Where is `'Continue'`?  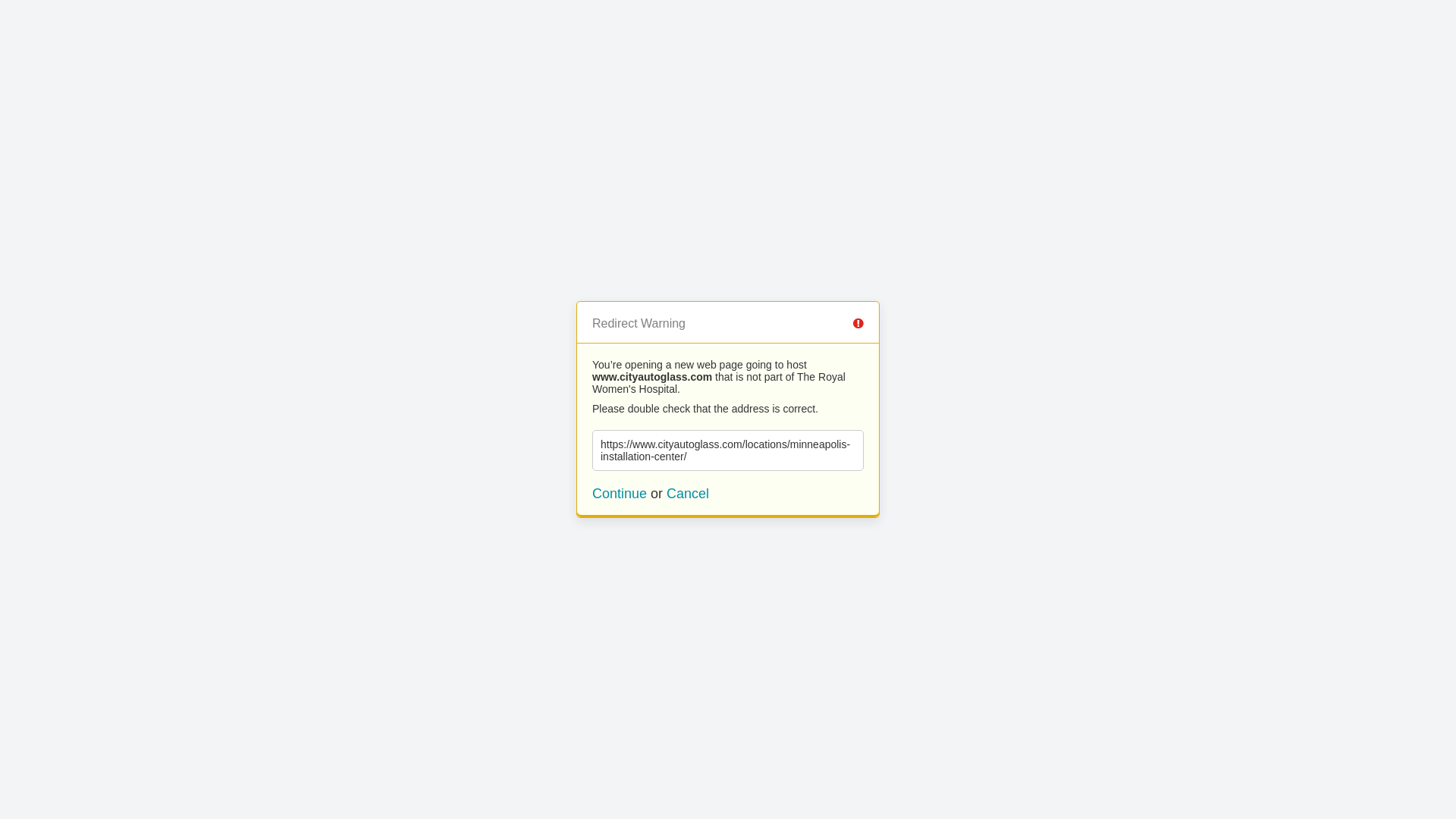 'Continue' is located at coordinates (619, 494).